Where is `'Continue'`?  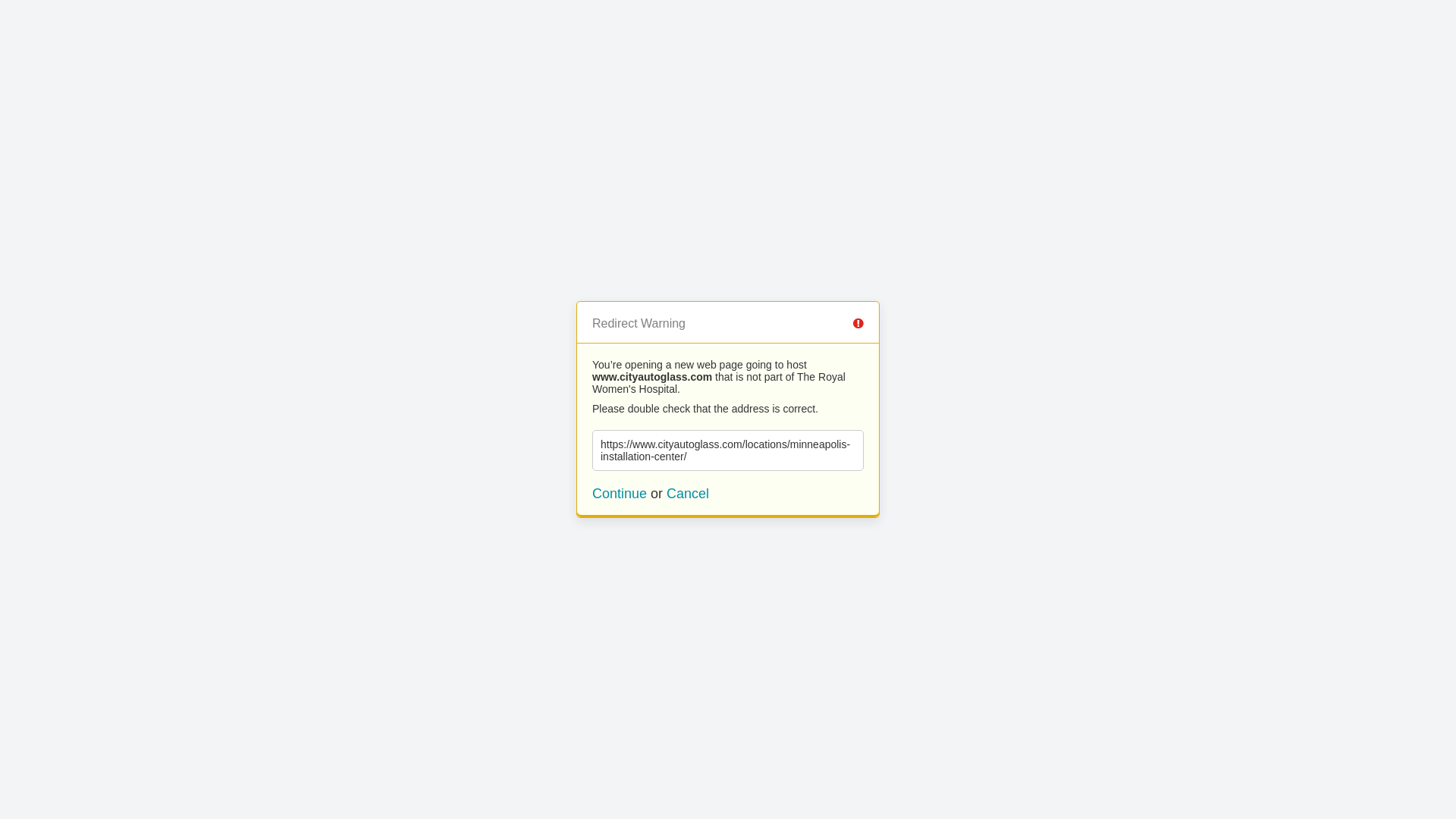 'Continue' is located at coordinates (619, 494).